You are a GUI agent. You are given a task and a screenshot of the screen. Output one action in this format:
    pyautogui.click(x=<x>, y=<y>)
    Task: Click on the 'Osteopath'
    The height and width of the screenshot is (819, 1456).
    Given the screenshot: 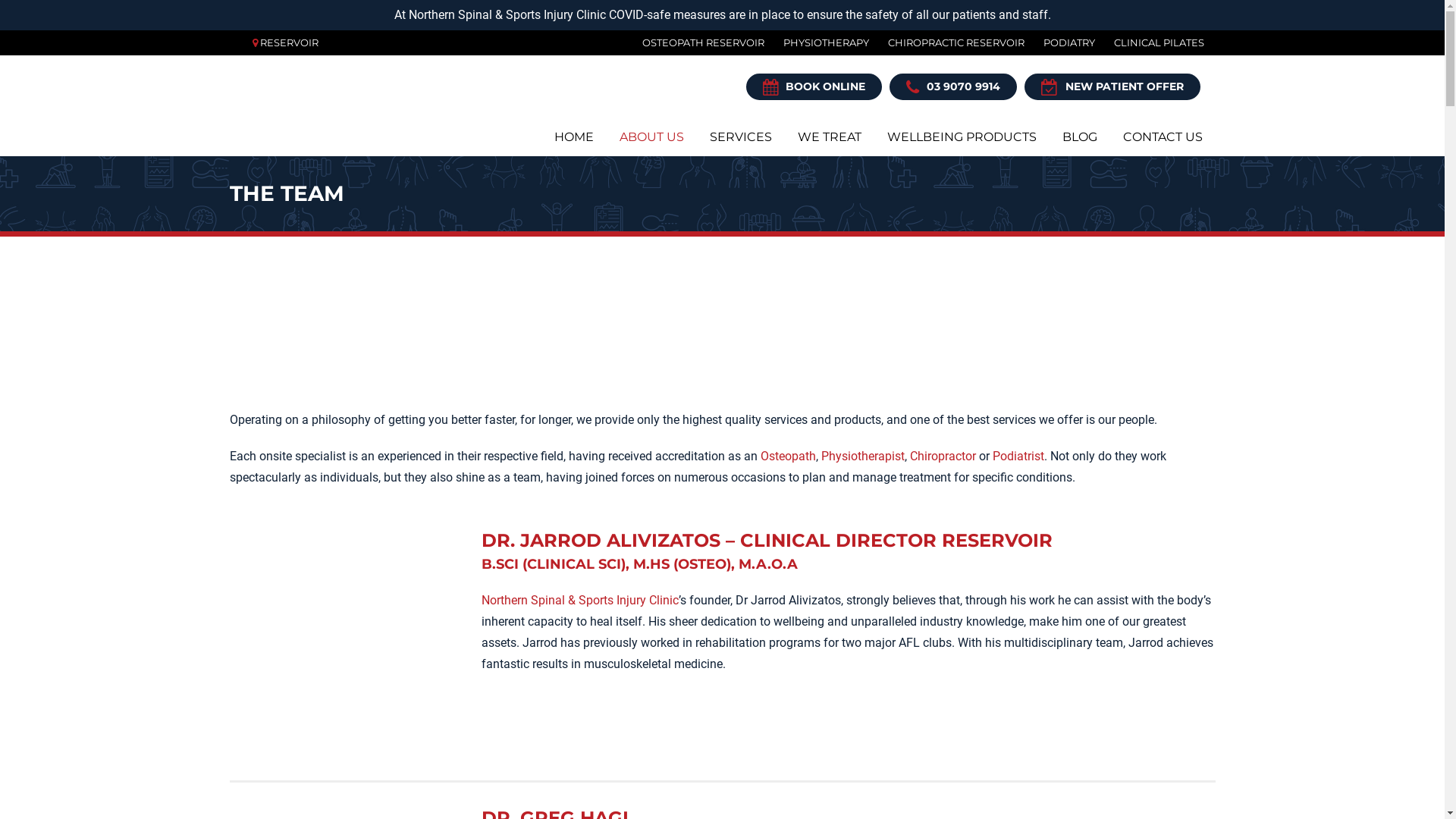 What is the action you would take?
    pyautogui.click(x=760, y=455)
    